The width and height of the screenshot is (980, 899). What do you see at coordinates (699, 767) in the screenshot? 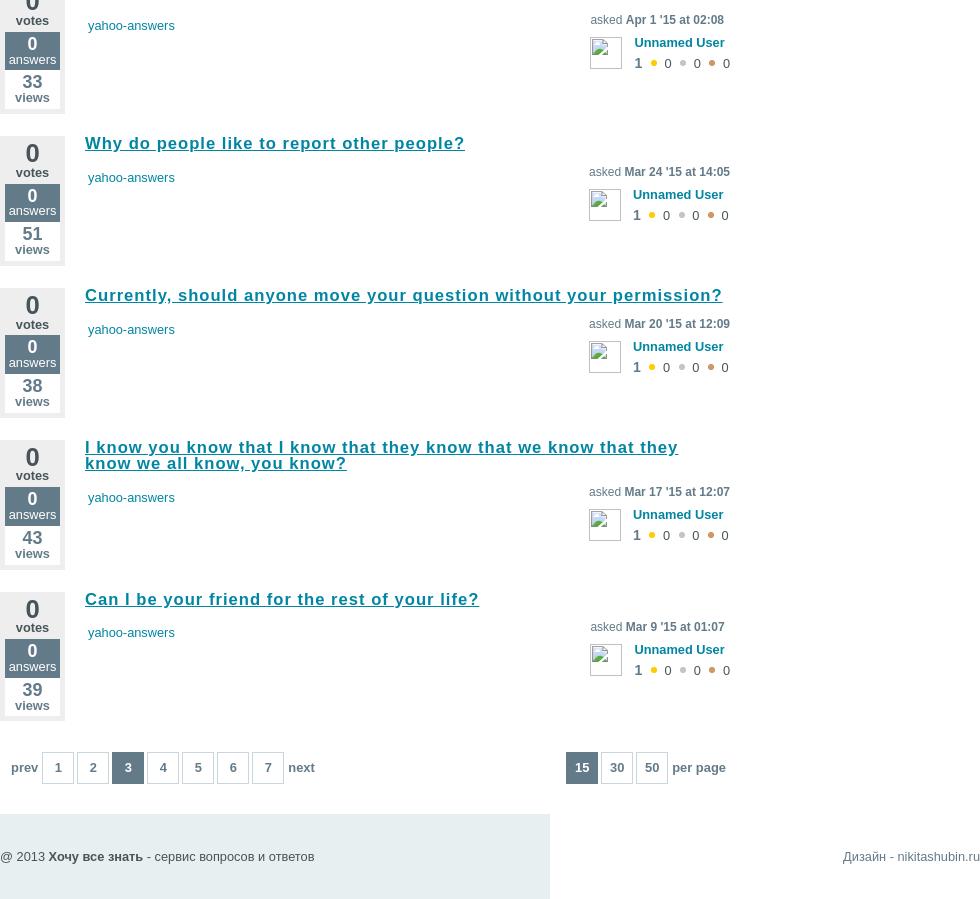
I see `'per page'` at bounding box center [699, 767].